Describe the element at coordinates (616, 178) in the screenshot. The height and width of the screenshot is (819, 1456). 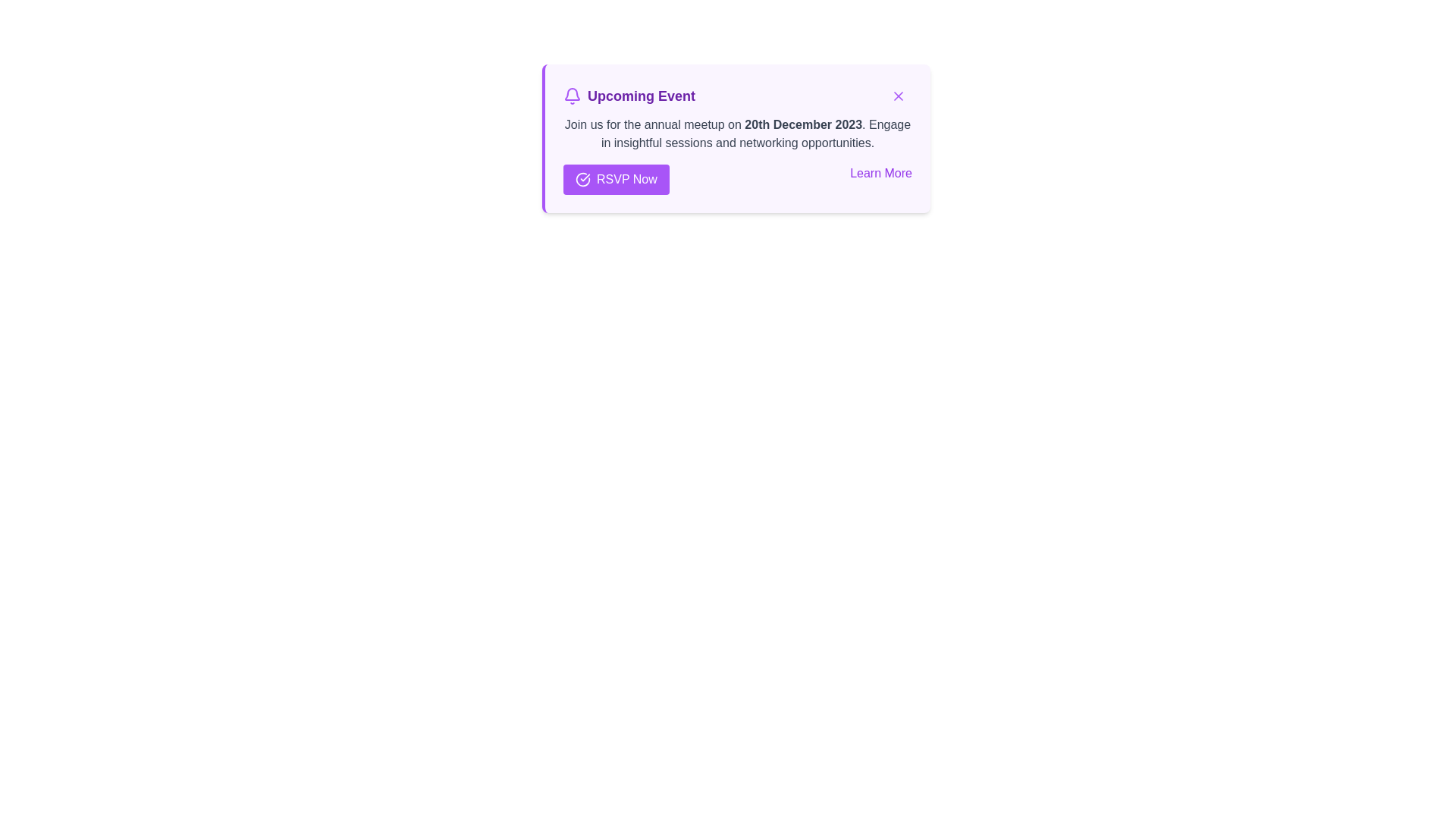
I see `the 'RSVP Now' button with keyboard navigation, identified by its purple background, white text, and checkmark icon on the left` at that location.